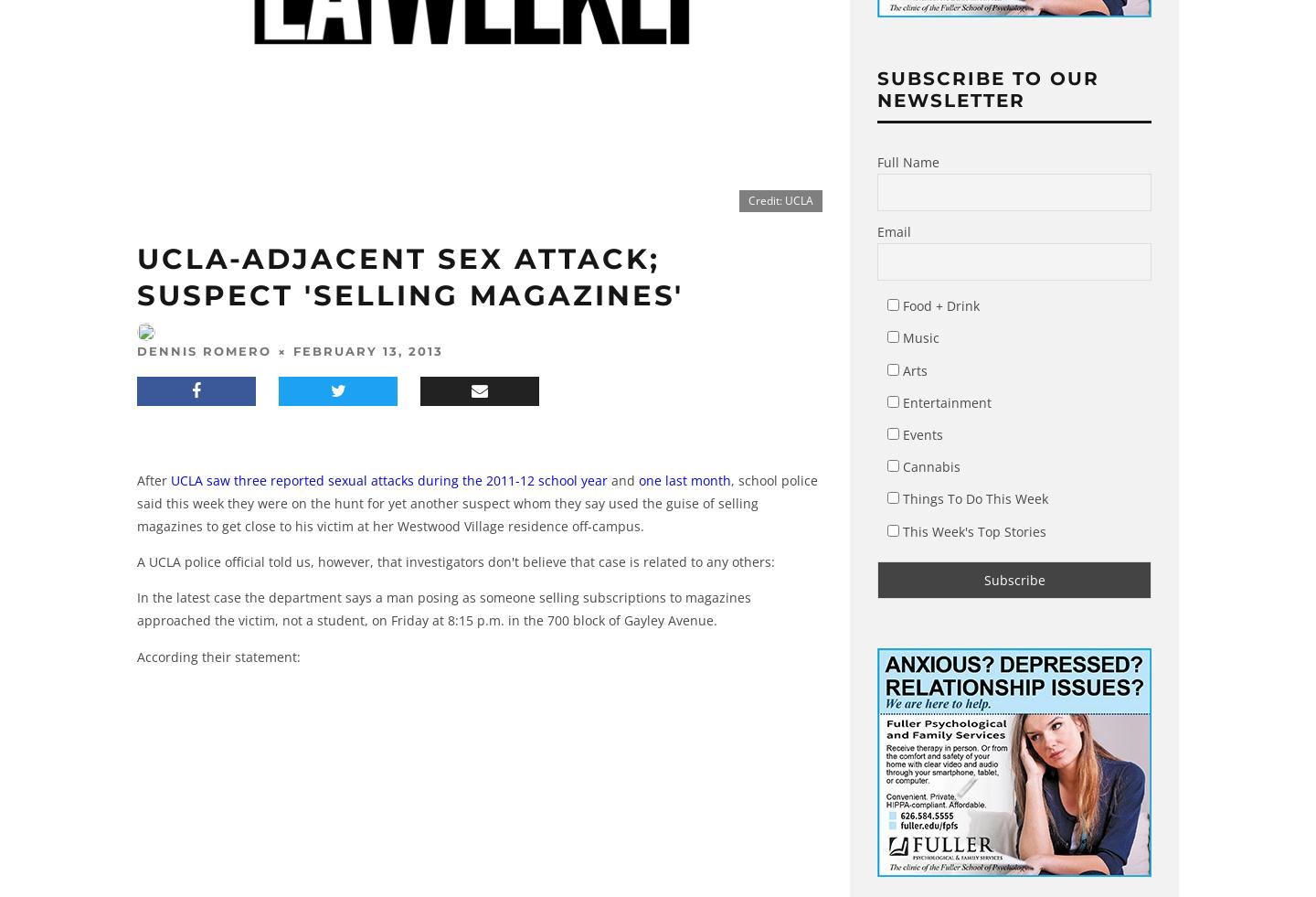  What do you see at coordinates (607, 479) in the screenshot?
I see `'and'` at bounding box center [607, 479].